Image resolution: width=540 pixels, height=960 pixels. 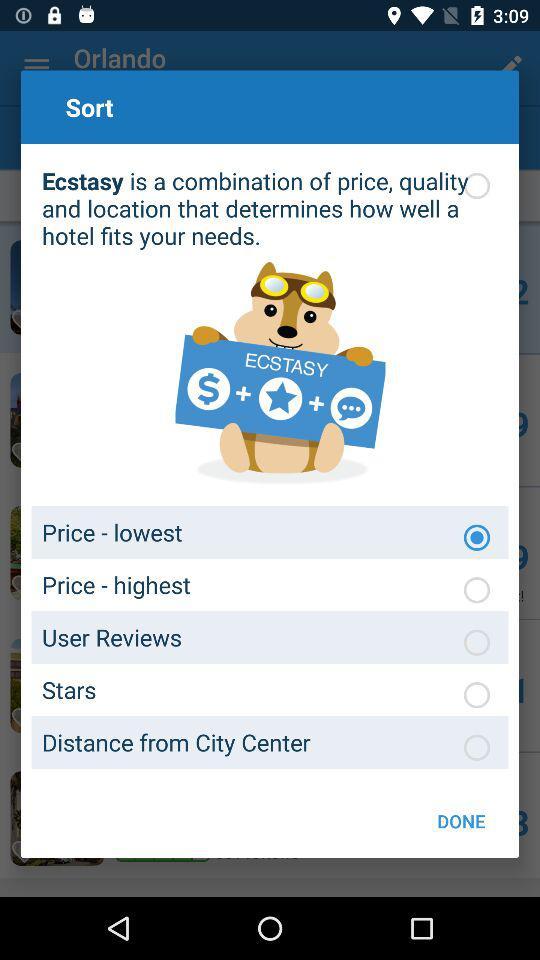 I want to click on option, so click(x=475, y=746).